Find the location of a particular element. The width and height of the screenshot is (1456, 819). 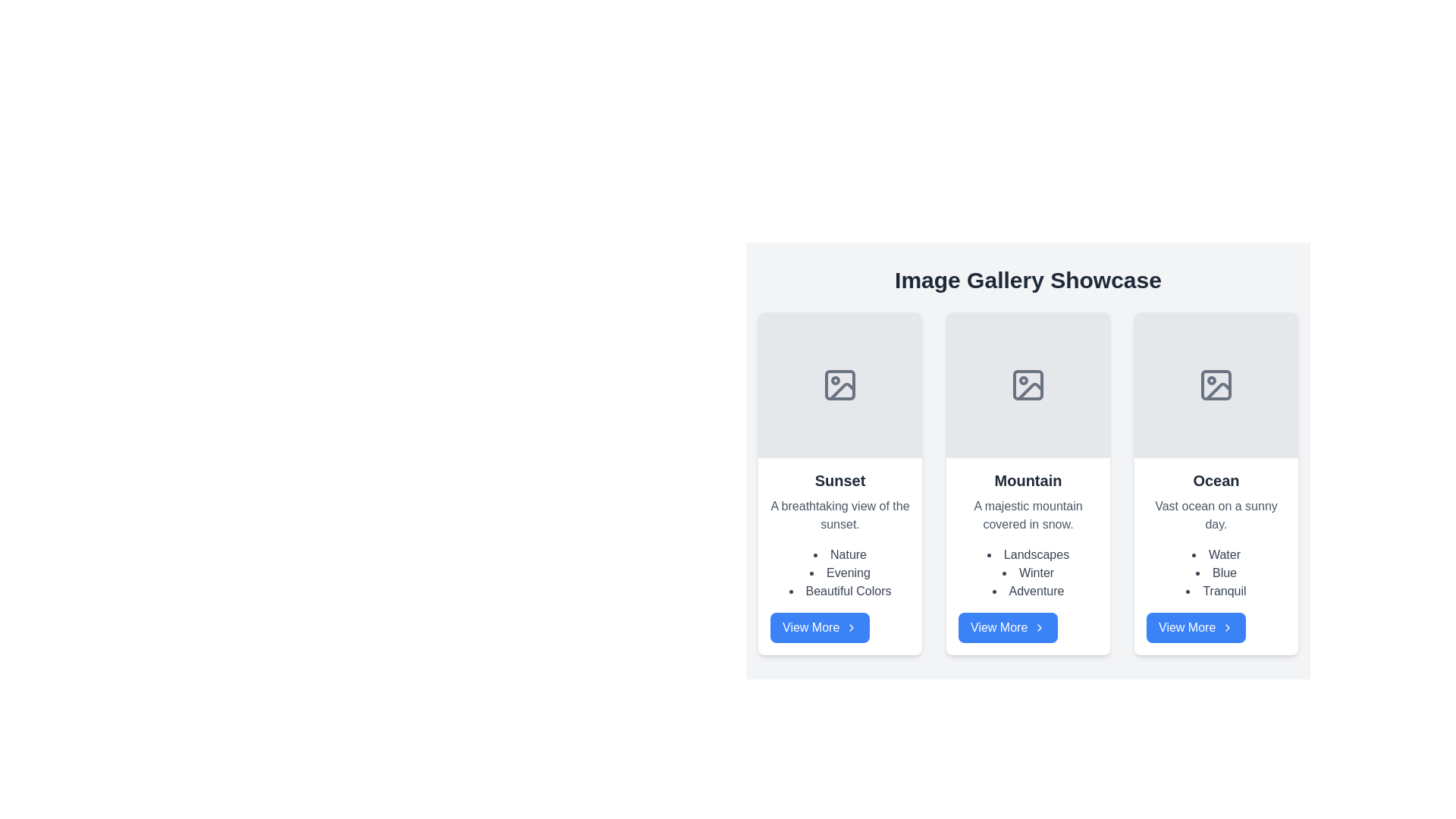

the muted gray text label that reads 'A majestic mountain covered in snow.', located centrally below the 'Mountain' heading in the middle card of a three-card gallery layout is located at coordinates (1028, 514).